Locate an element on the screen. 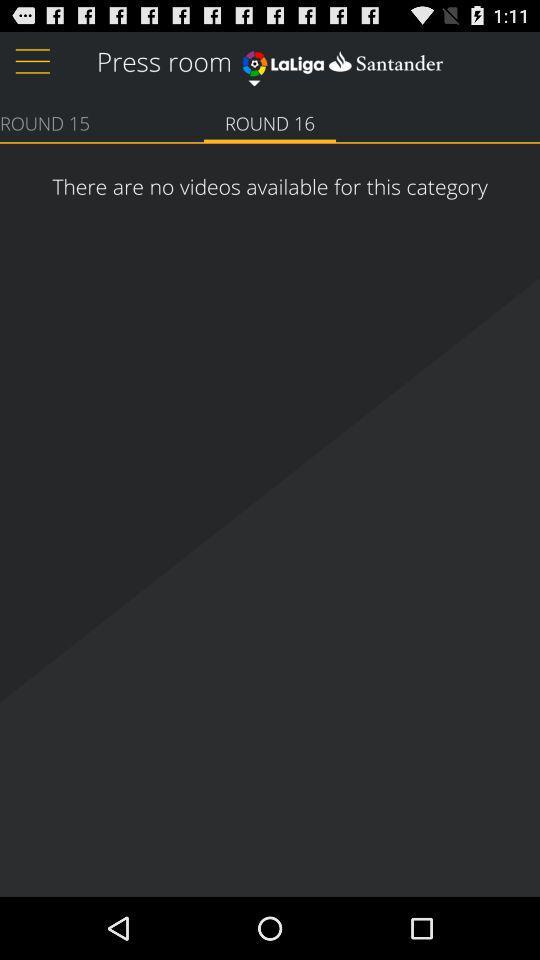  the round 15 icon is located at coordinates (44, 121).